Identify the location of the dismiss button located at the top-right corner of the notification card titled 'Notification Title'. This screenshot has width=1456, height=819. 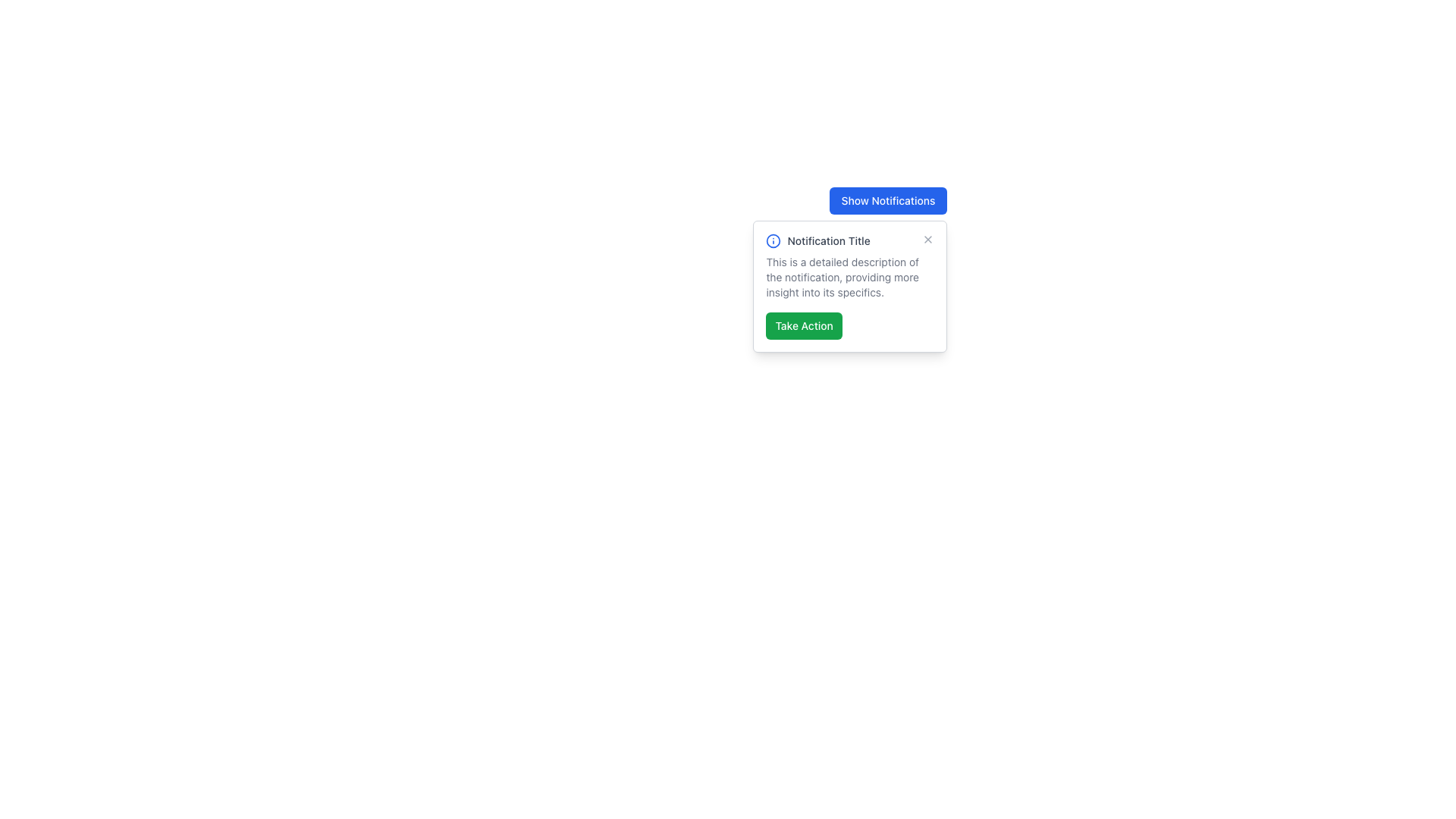
(927, 239).